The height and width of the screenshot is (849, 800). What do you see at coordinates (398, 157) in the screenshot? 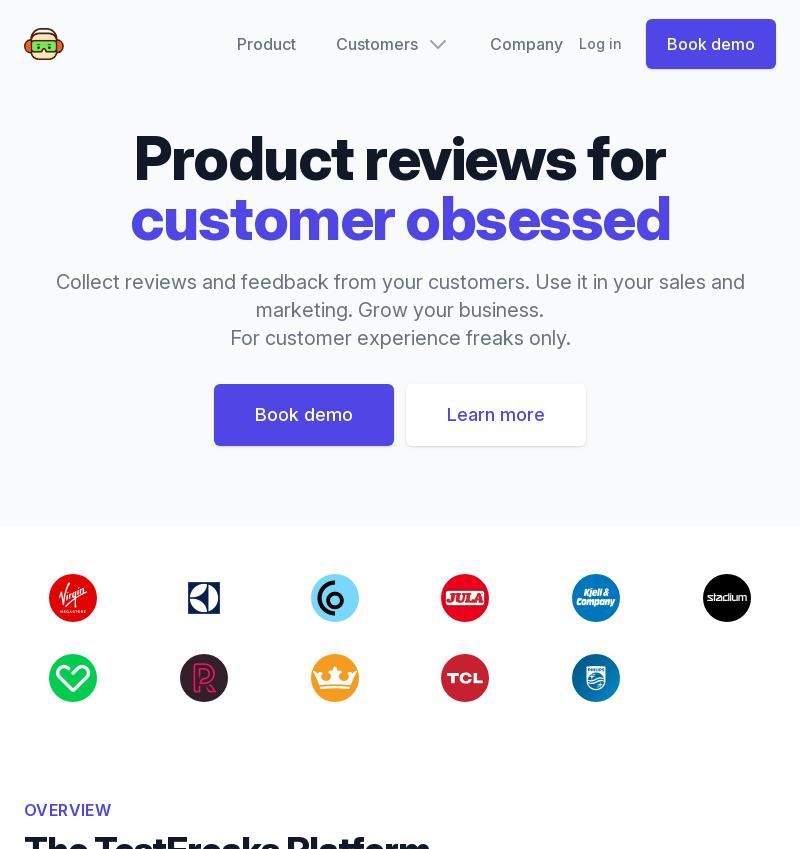
I see `'Product reviews for'` at bounding box center [398, 157].